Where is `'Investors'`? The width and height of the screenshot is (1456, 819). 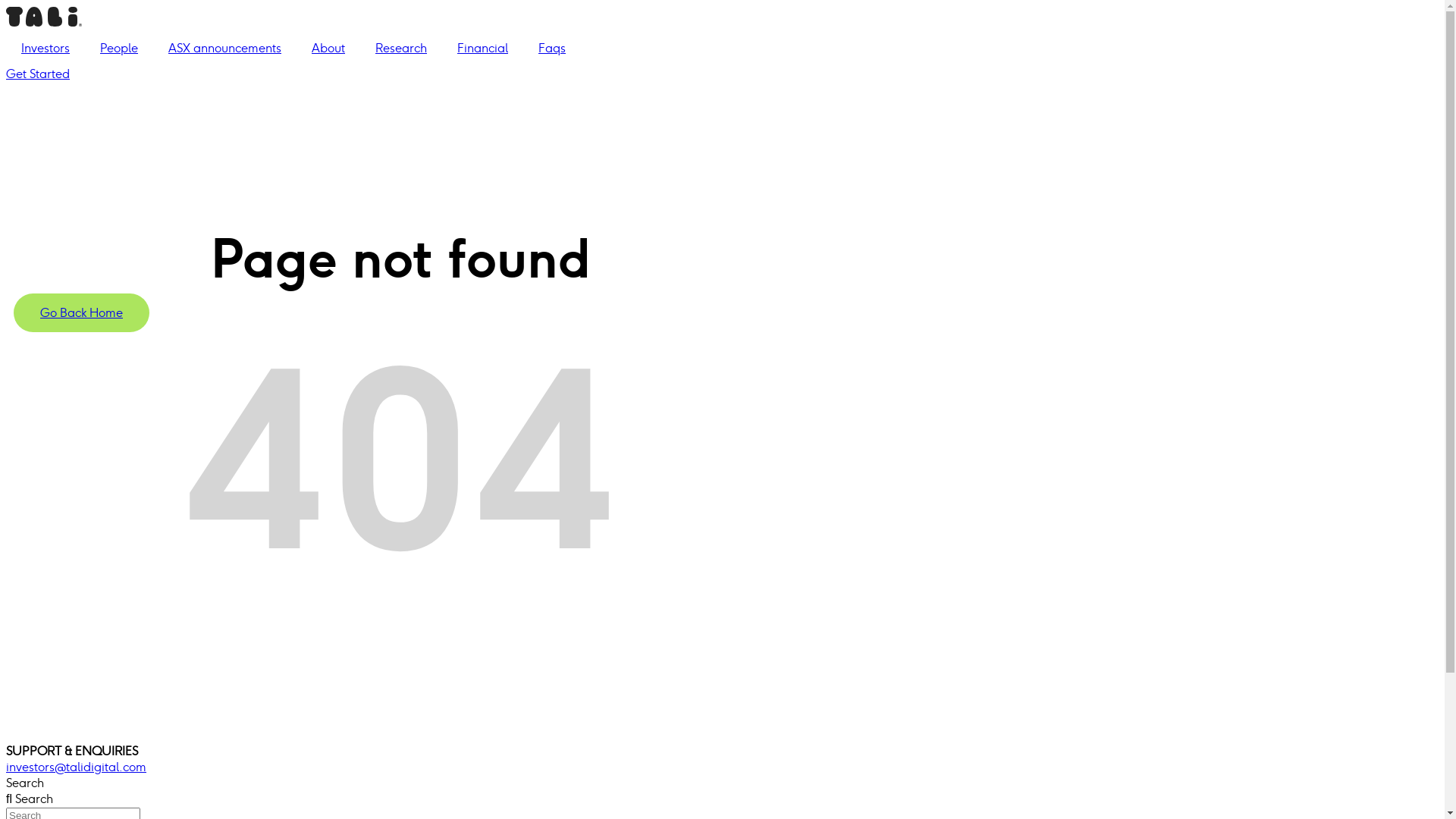
'Investors' is located at coordinates (45, 48).